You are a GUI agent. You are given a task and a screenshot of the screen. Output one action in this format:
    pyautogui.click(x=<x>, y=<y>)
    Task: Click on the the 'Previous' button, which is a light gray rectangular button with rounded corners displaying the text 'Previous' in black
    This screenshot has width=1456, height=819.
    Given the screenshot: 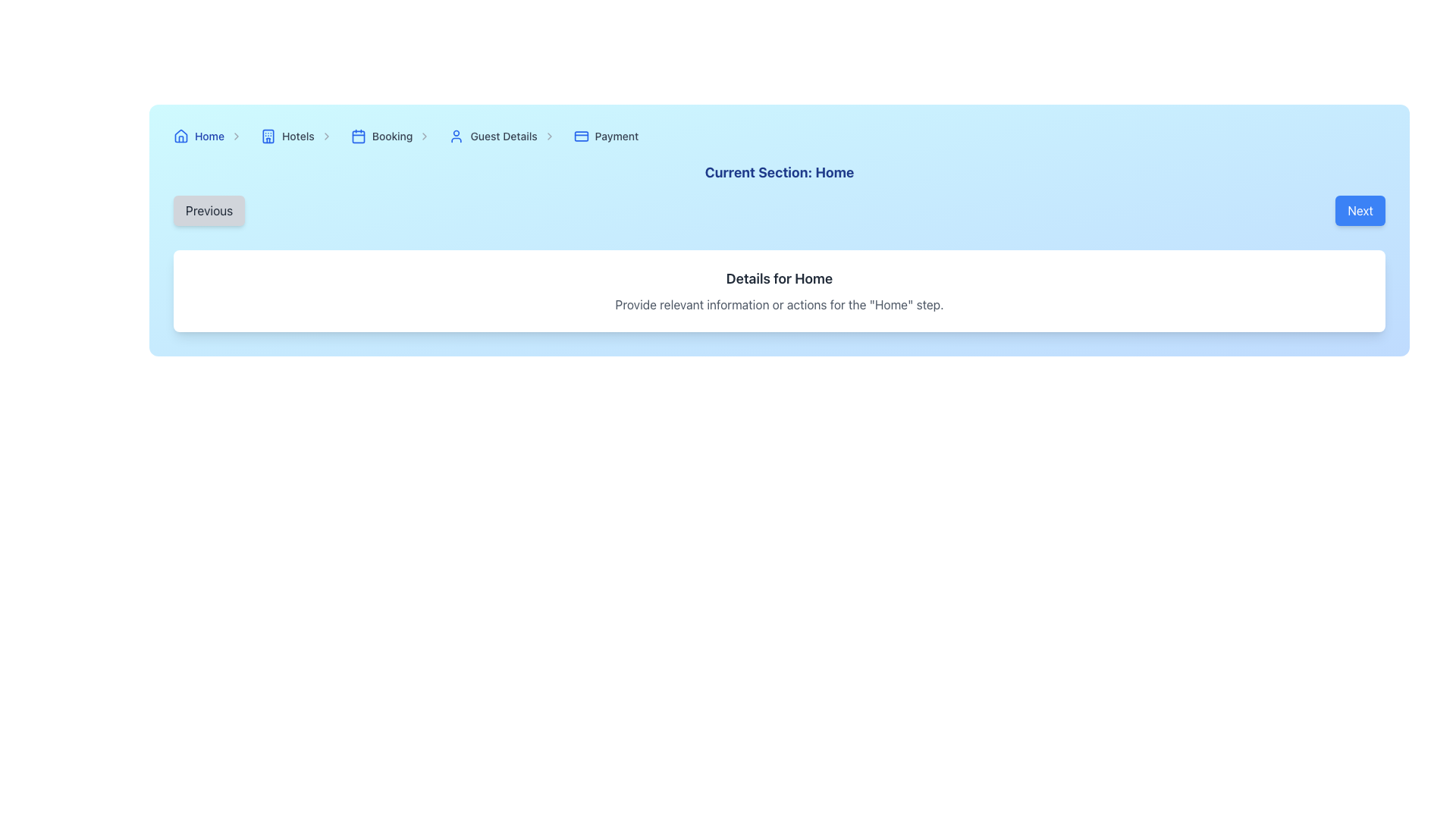 What is the action you would take?
    pyautogui.click(x=209, y=210)
    